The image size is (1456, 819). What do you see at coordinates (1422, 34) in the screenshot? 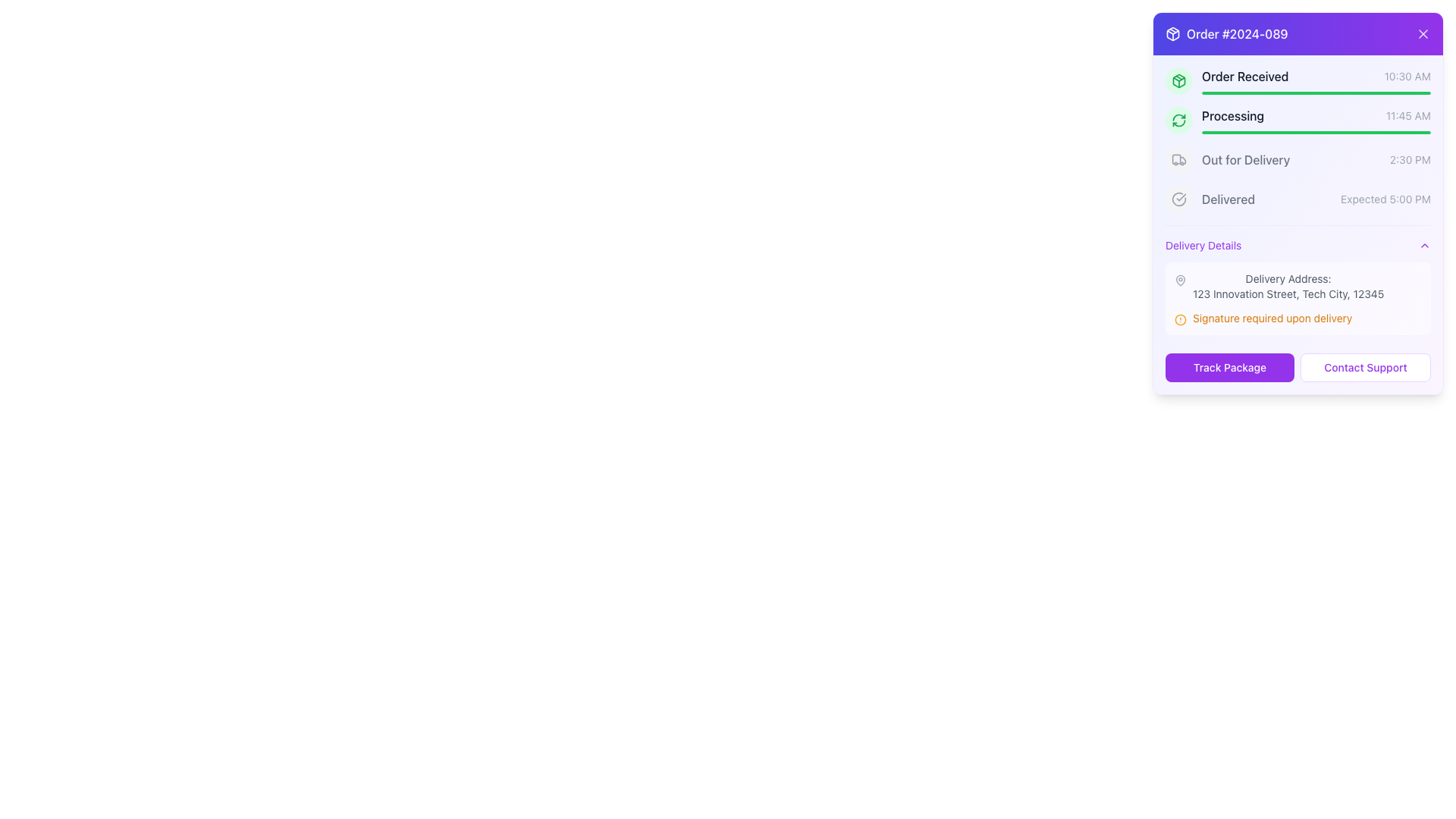
I see `the close/dismiss button located in the top-right corner of the purple header bar, next to the text 'Order #2024-089'` at bounding box center [1422, 34].